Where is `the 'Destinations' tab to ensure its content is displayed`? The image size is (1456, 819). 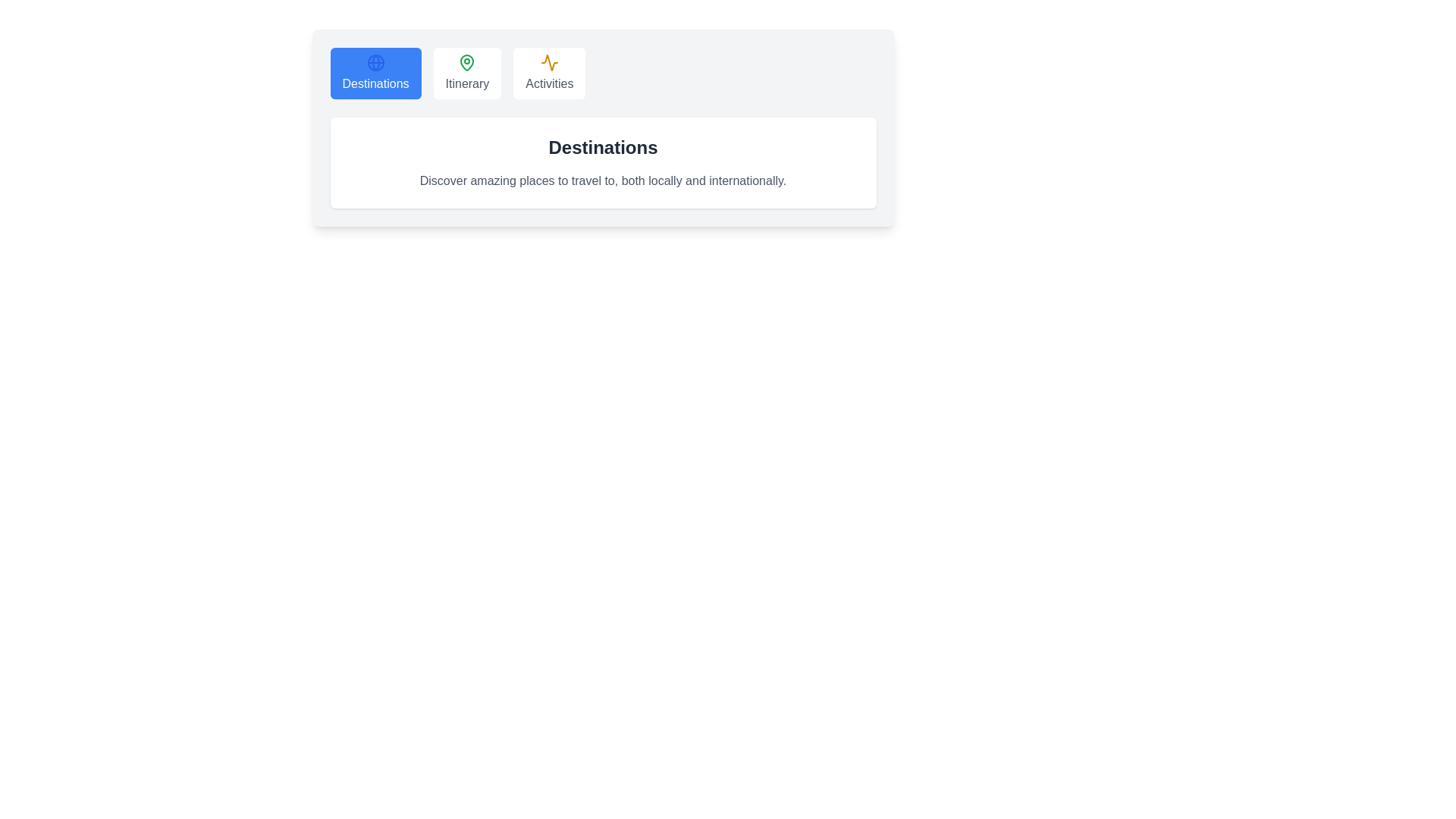
the 'Destinations' tab to ensure its content is displayed is located at coordinates (375, 73).